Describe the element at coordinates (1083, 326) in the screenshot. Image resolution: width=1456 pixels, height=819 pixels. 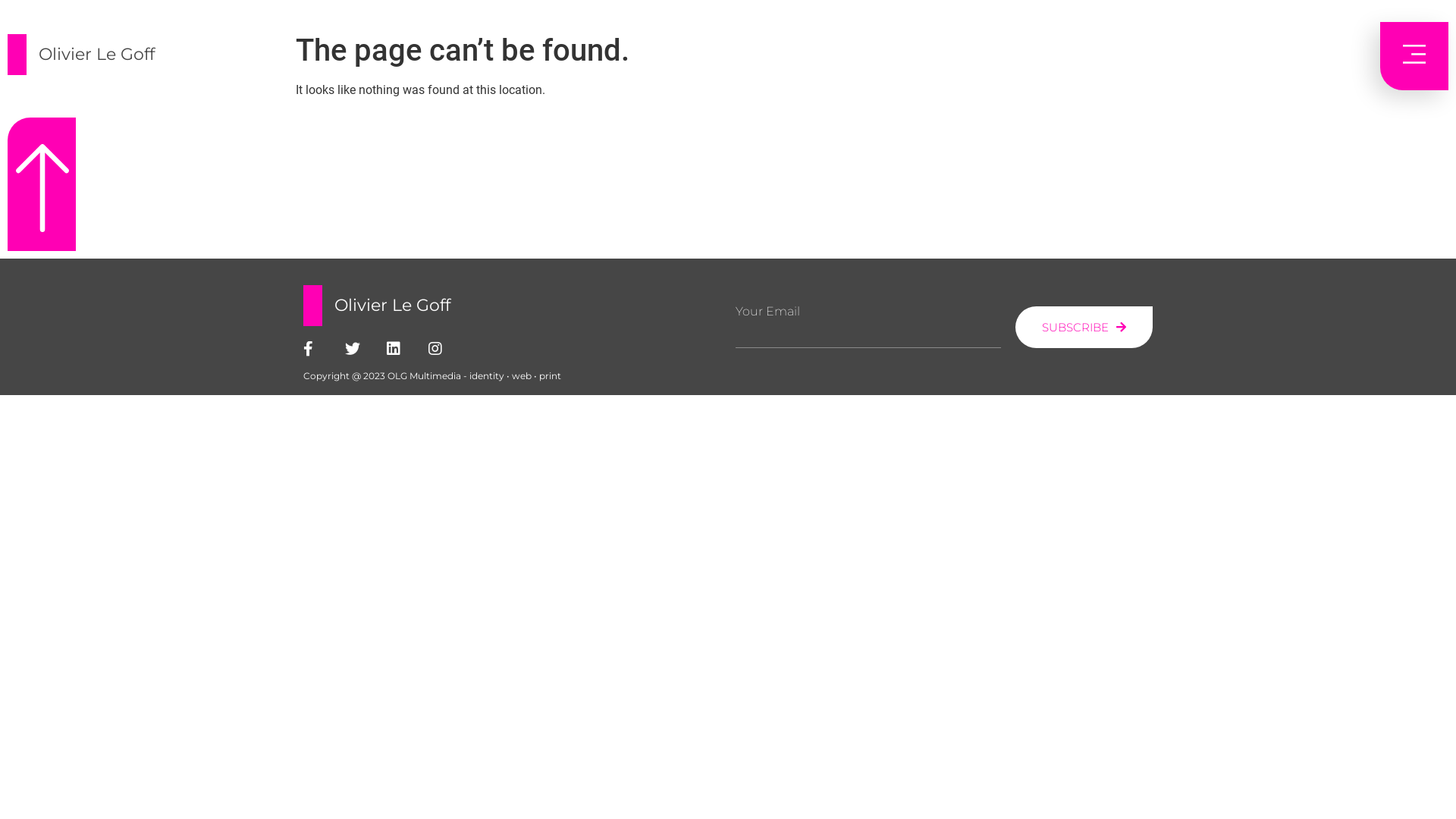
I see `'SUBSCRIBE'` at that location.